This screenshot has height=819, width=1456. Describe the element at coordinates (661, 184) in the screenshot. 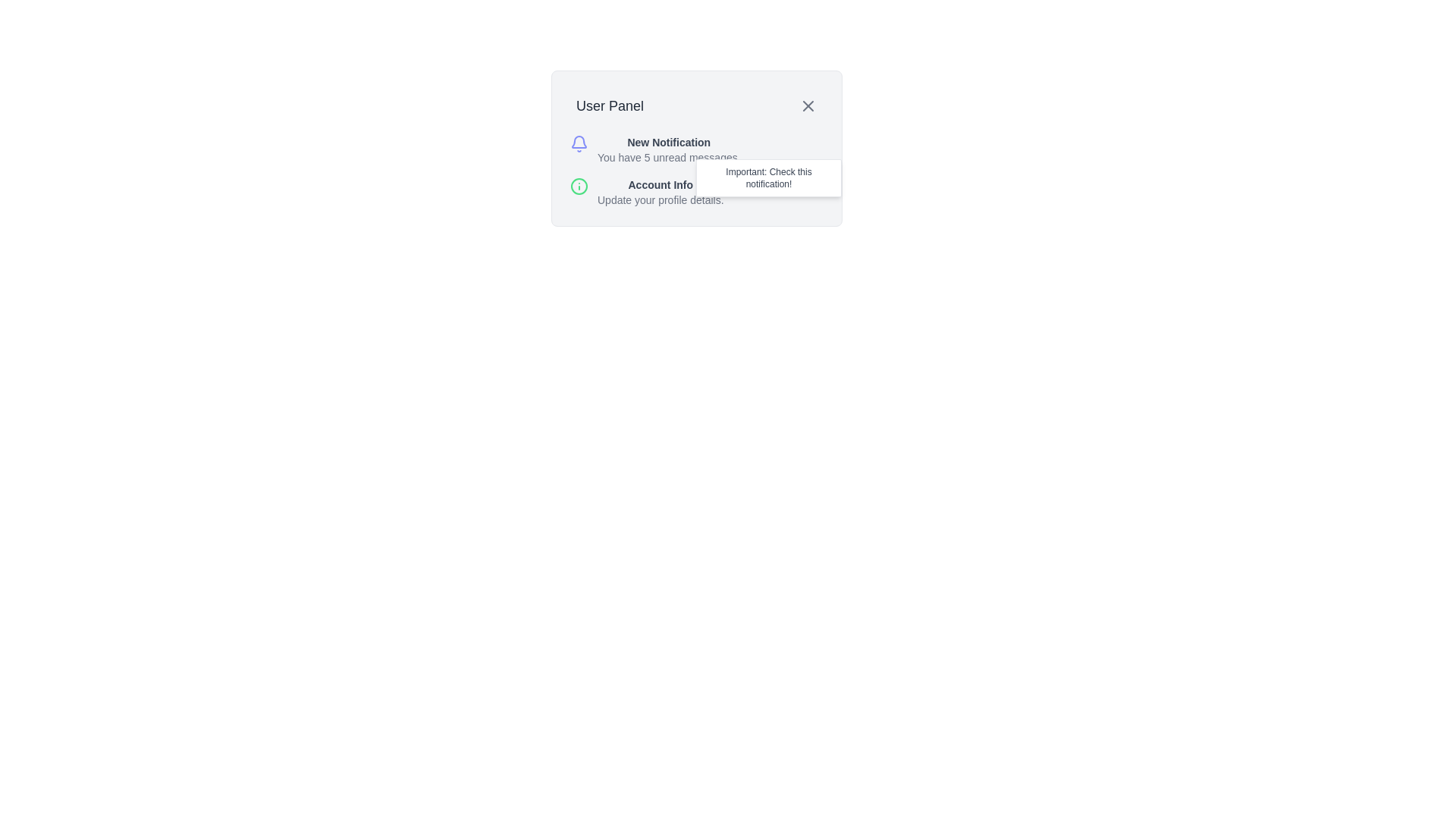

I see `text label indicating user account information, positioned below 'New Notification' and above 'Update your profile details.' in the center-right of the panel` at that location.